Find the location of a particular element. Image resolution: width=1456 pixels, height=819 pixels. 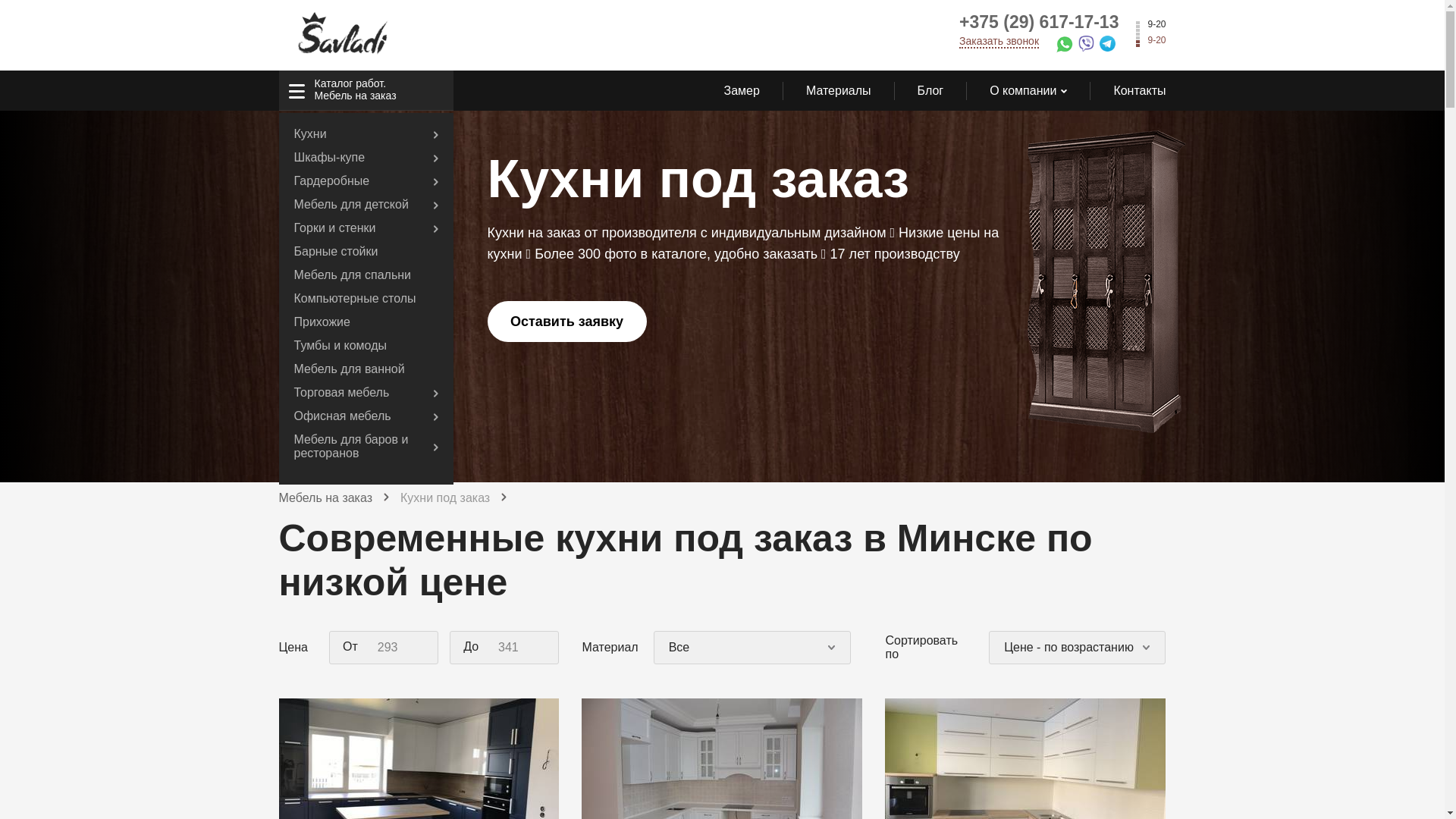

'whatsapp' is located at coordinates (1055, 46).